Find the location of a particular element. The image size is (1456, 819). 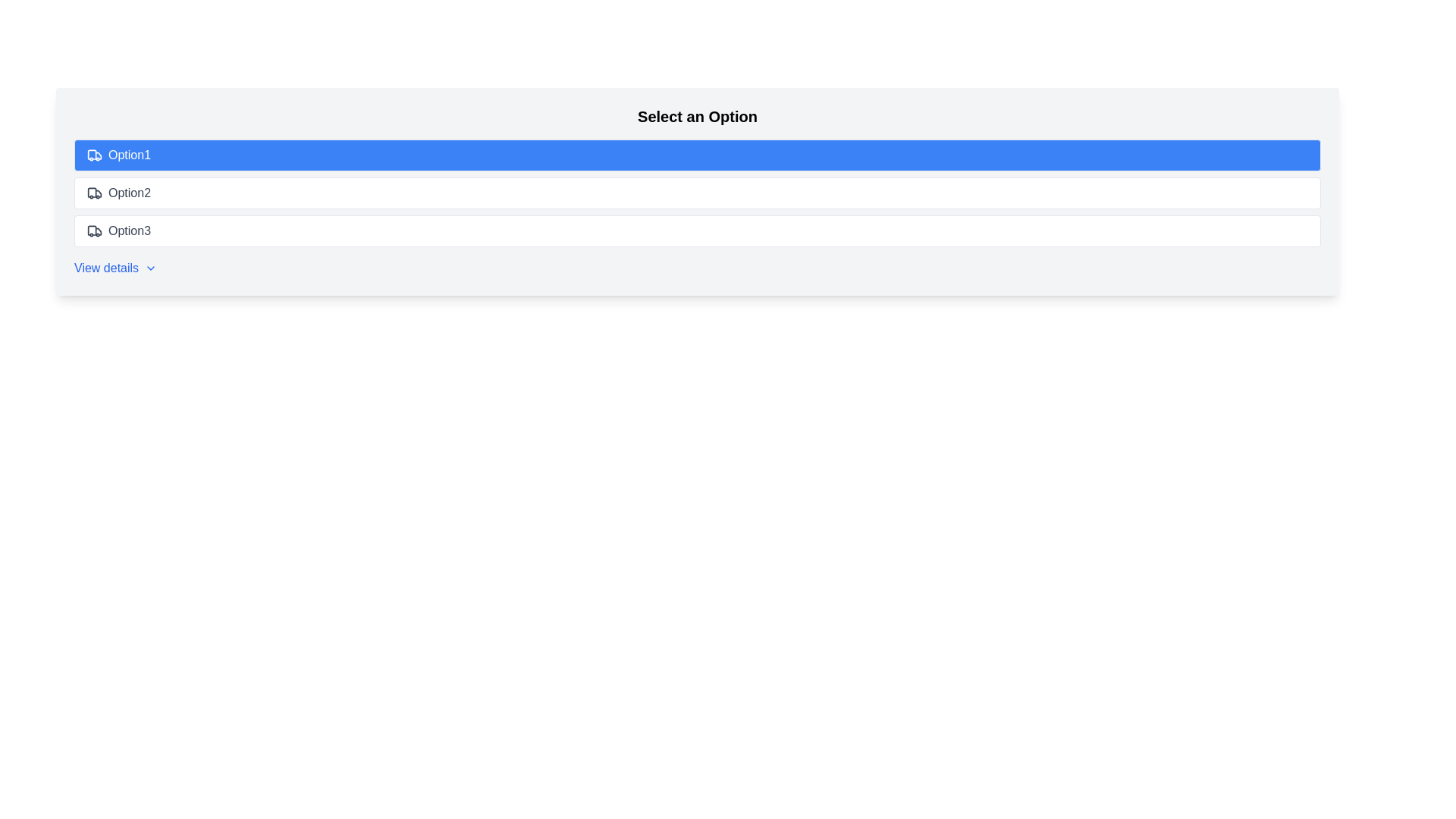

the Chevron-Down icon, located to the right of the 'View details' blue link text, to focus on it is located at coordinates (151, 268).